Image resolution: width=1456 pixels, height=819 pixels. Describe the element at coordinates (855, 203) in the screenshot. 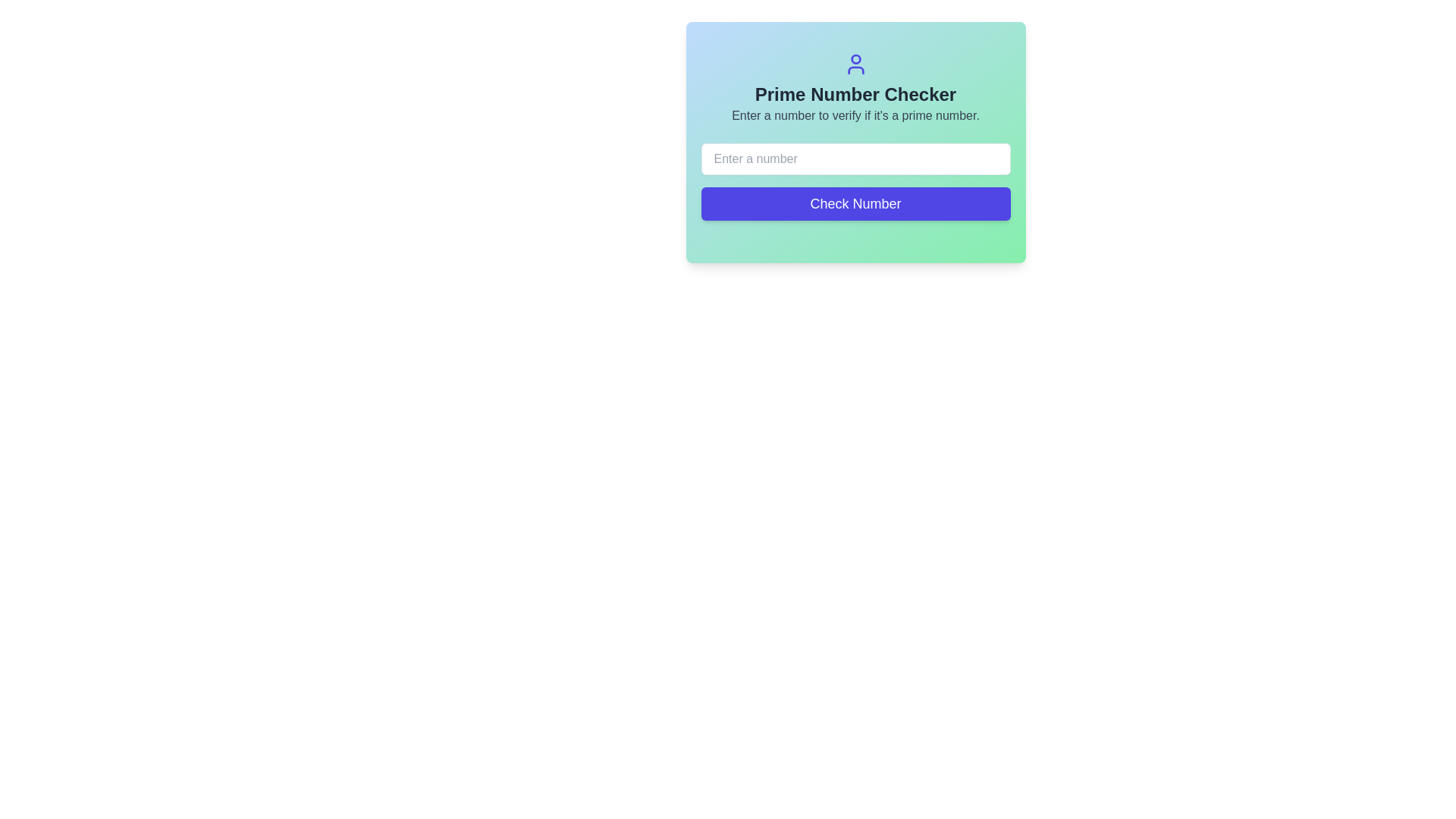

I see `the rectangular button with a purple background and white text that says 'Check Number' to change its background color` at that location.